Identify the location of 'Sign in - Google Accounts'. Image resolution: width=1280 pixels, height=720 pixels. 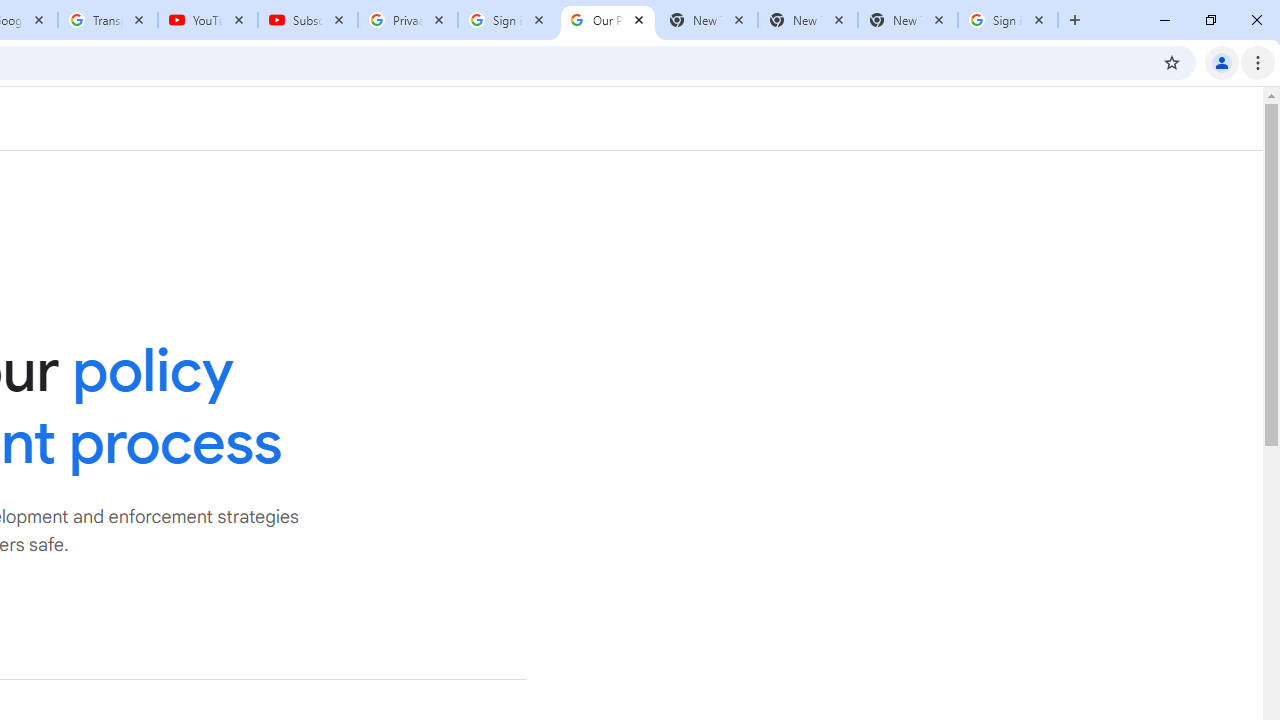
(508, 20).